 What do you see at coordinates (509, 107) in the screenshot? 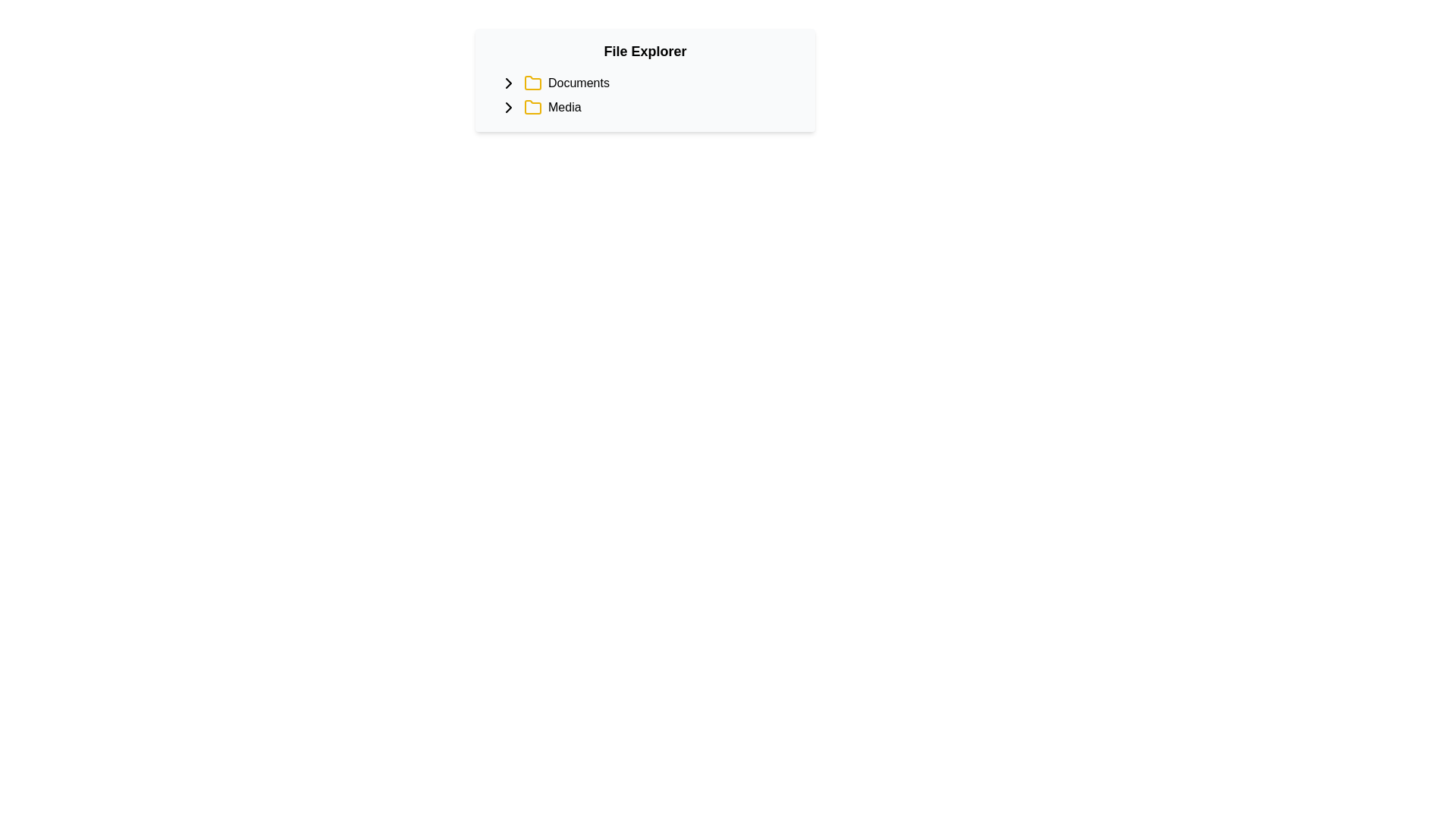
I see `the chevron icon used for expanding or collapsing the 'Media' section via keyboard navigation` at bounding box center [509, 107].